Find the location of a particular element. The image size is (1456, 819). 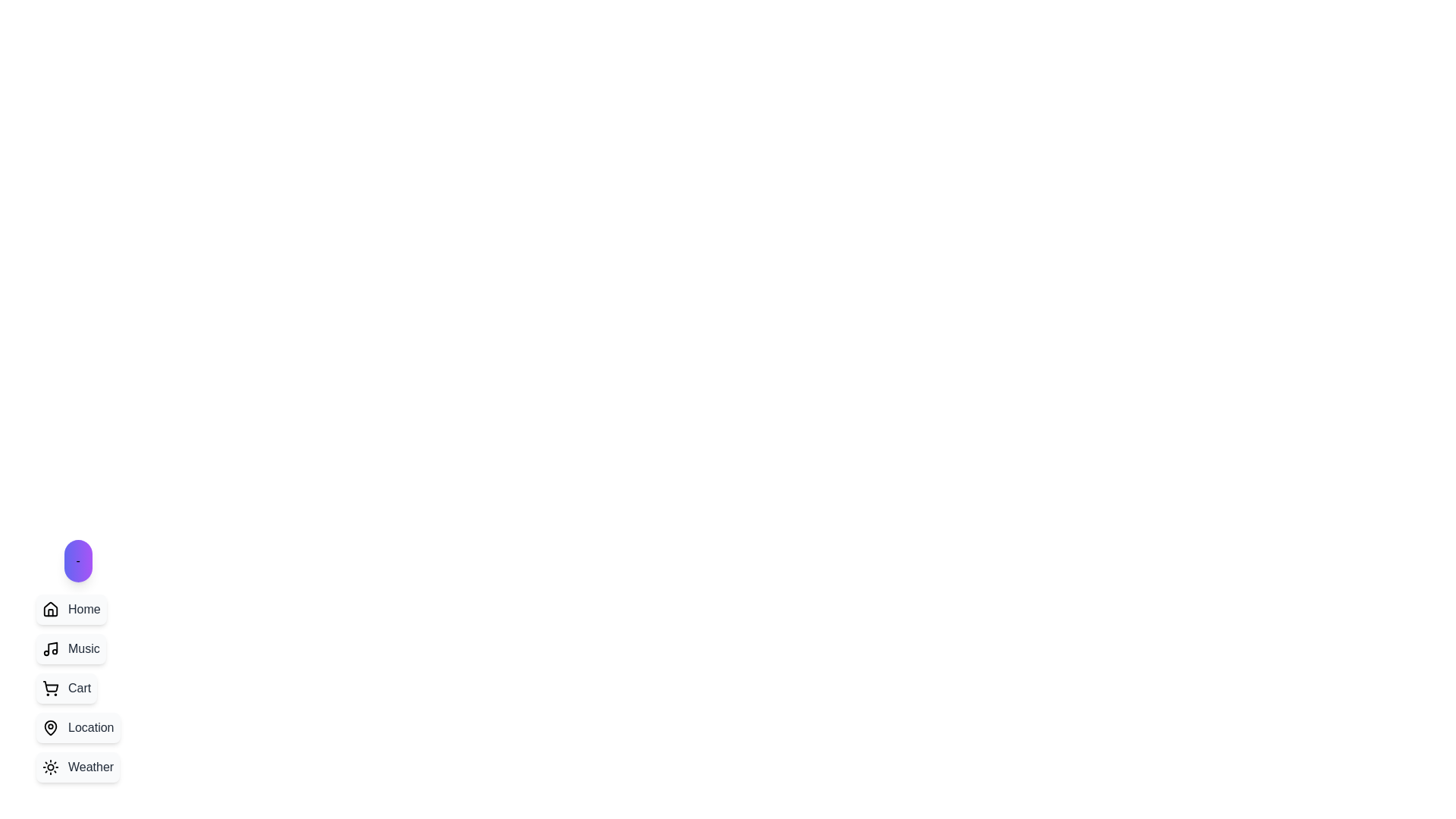

the button labeled 'Location' which has an icon resembling a map pin and is the fourth item in a vertical list is located at coordinates (77, 727).